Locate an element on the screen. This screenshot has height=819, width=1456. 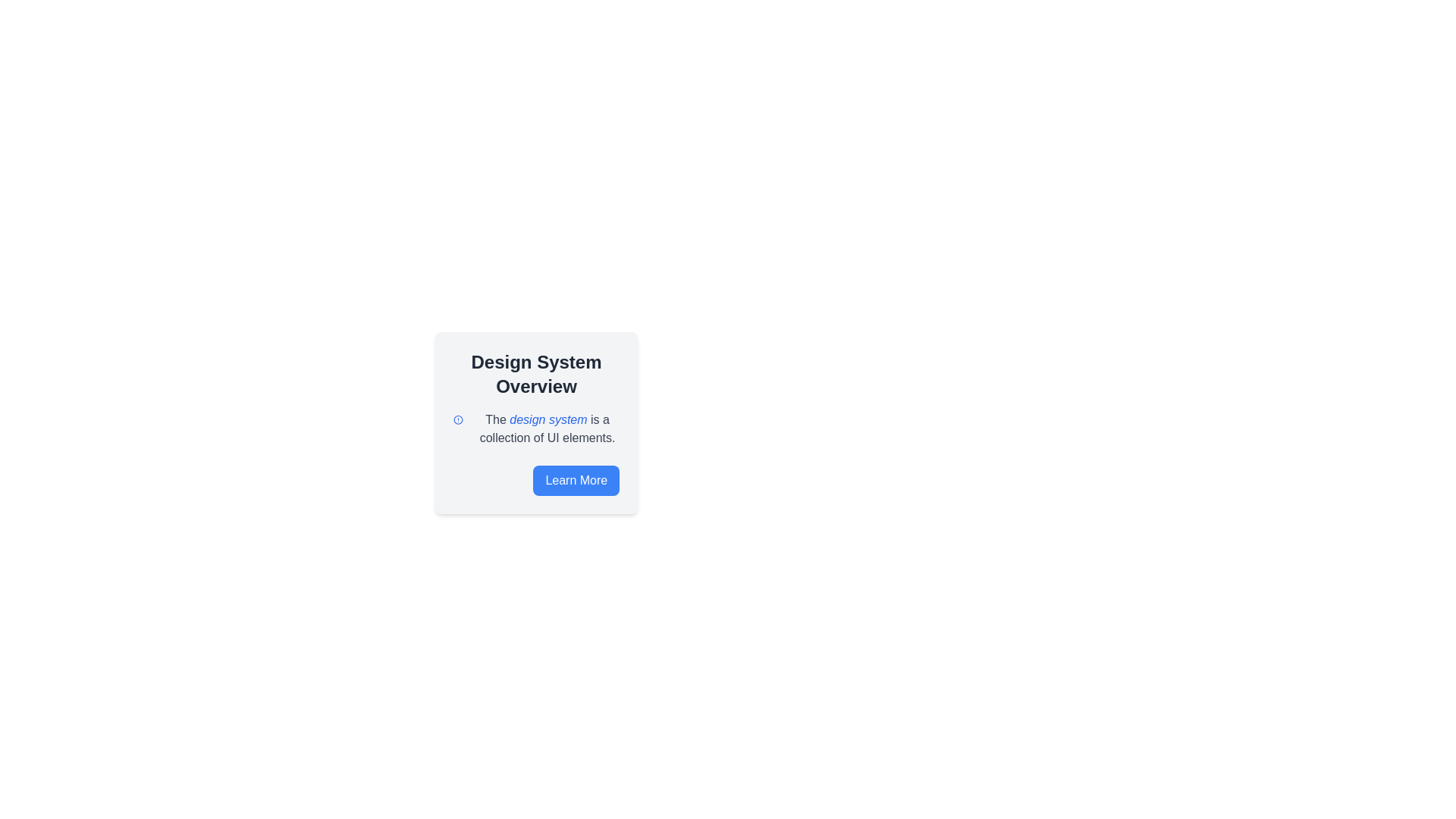
the circular SVG graphic icon with a blue outline, which contains a warning or alert element and is located to the left of the text 'The design system is a collection of UI elements.' is located at coordinates (457, 420).